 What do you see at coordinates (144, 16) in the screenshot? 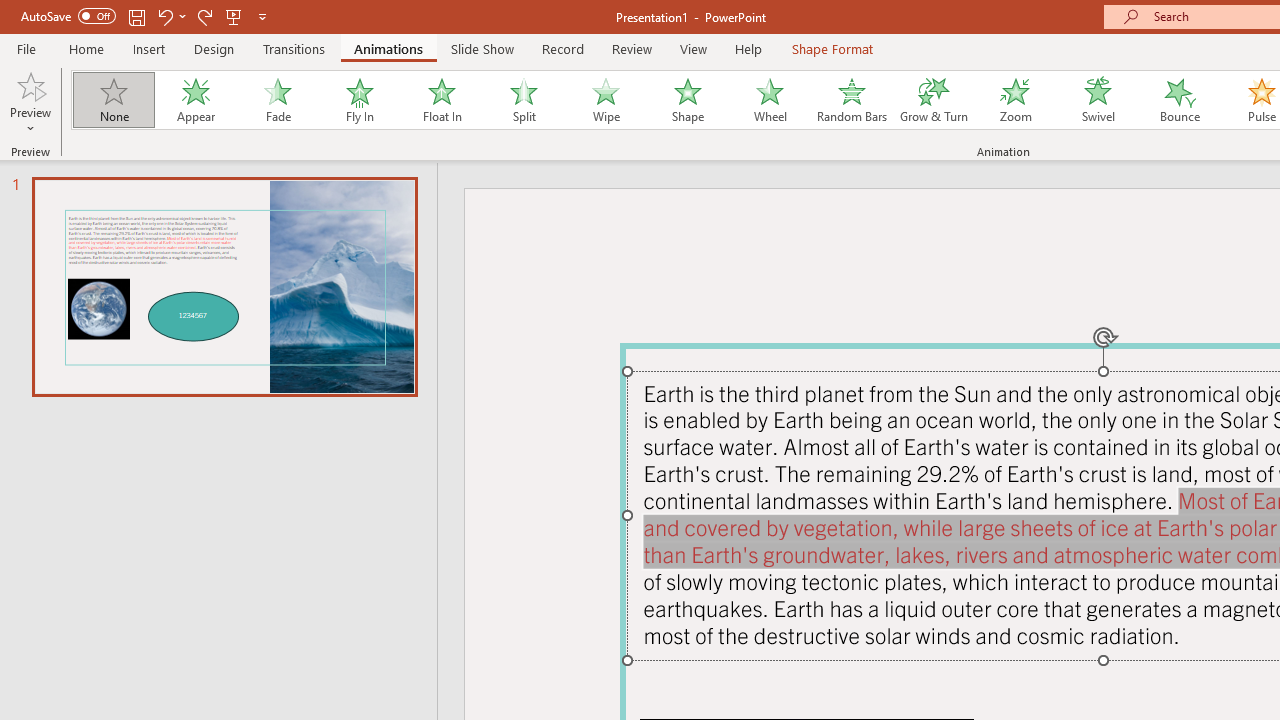
I see `'Quick Access Toolbar'` at bounding box center [144, 16].